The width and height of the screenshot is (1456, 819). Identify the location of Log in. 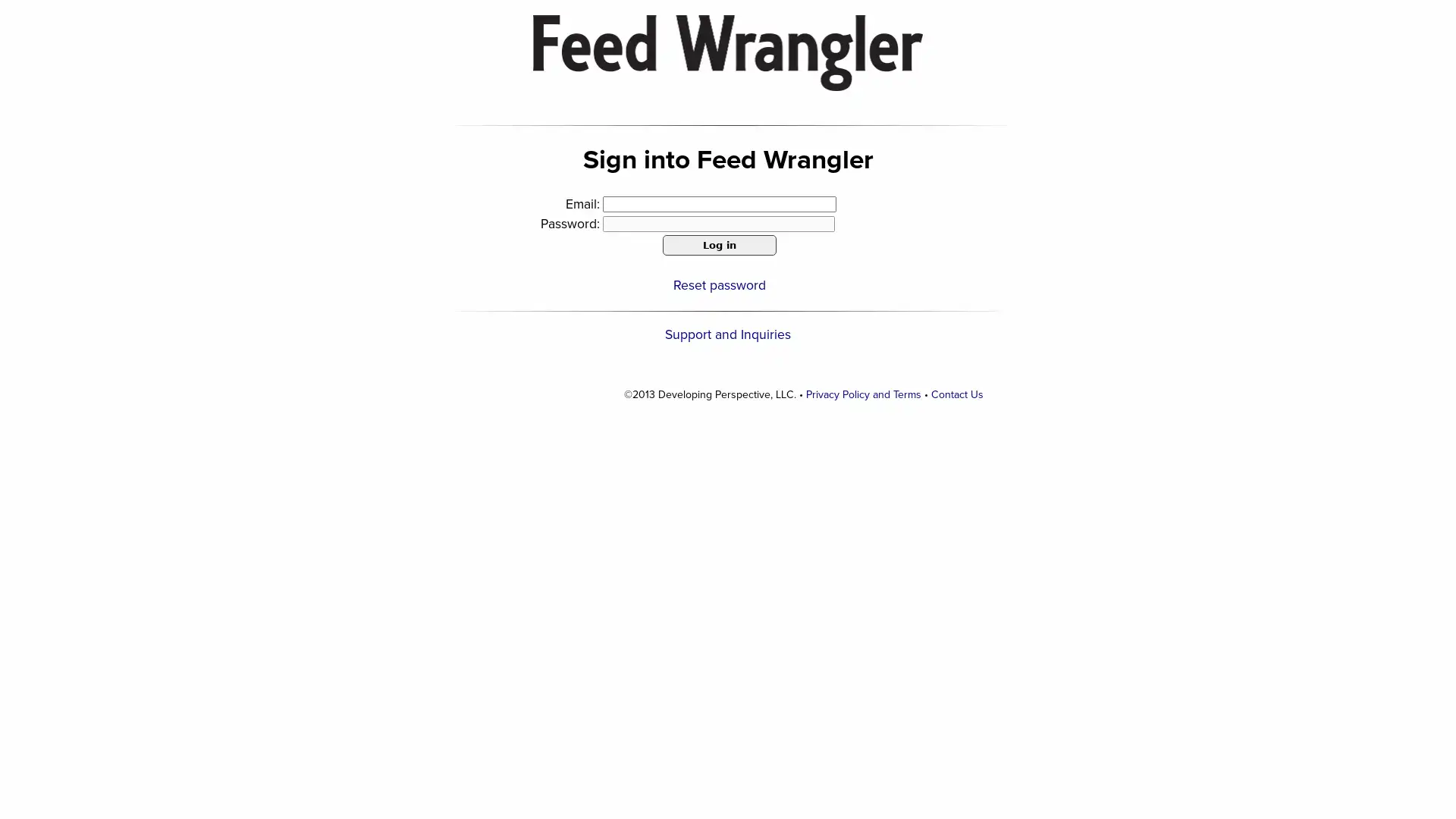
(719, 244).